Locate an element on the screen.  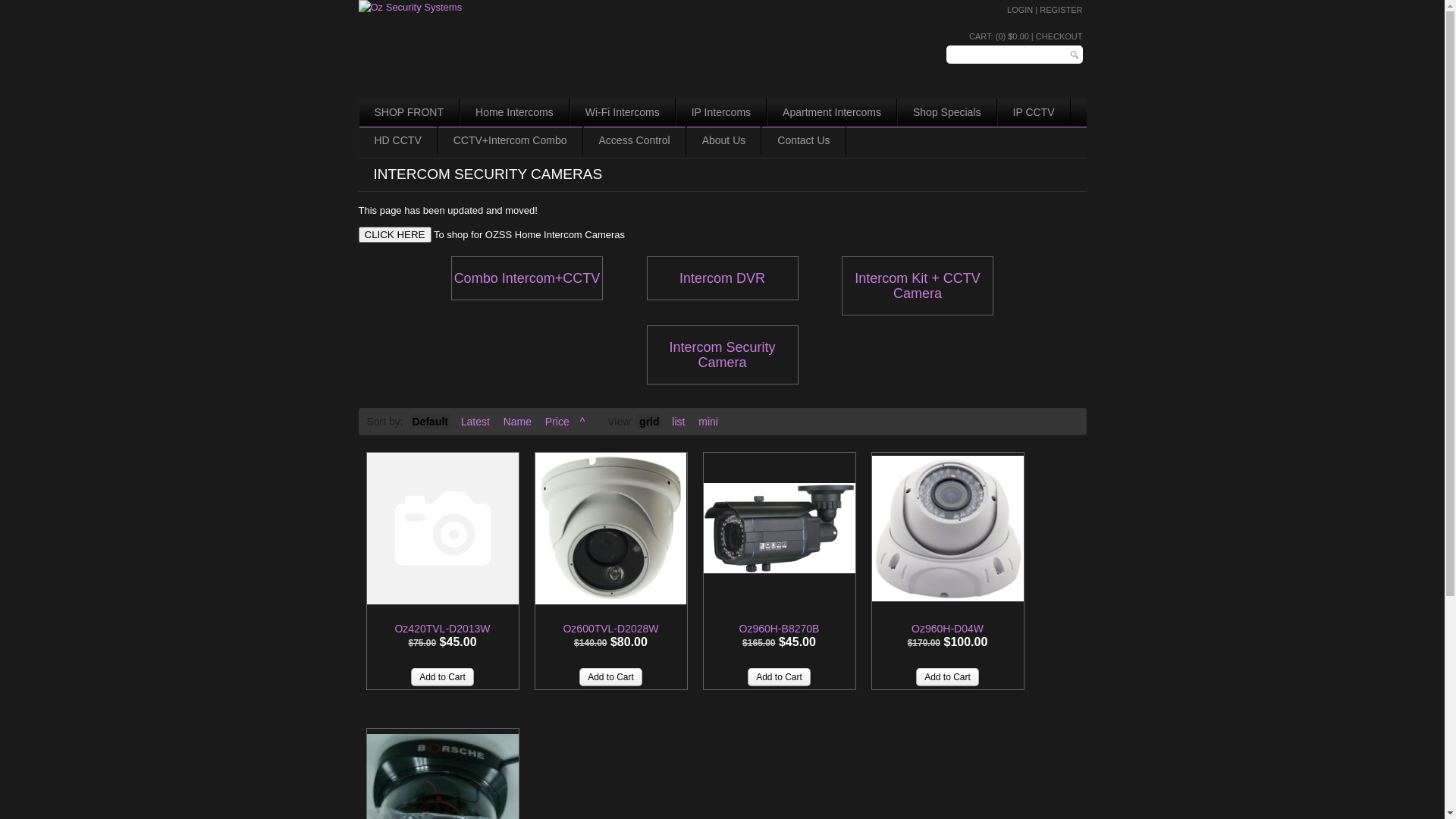
'Oz960H-D04W' is located at coordinates (910, 629).